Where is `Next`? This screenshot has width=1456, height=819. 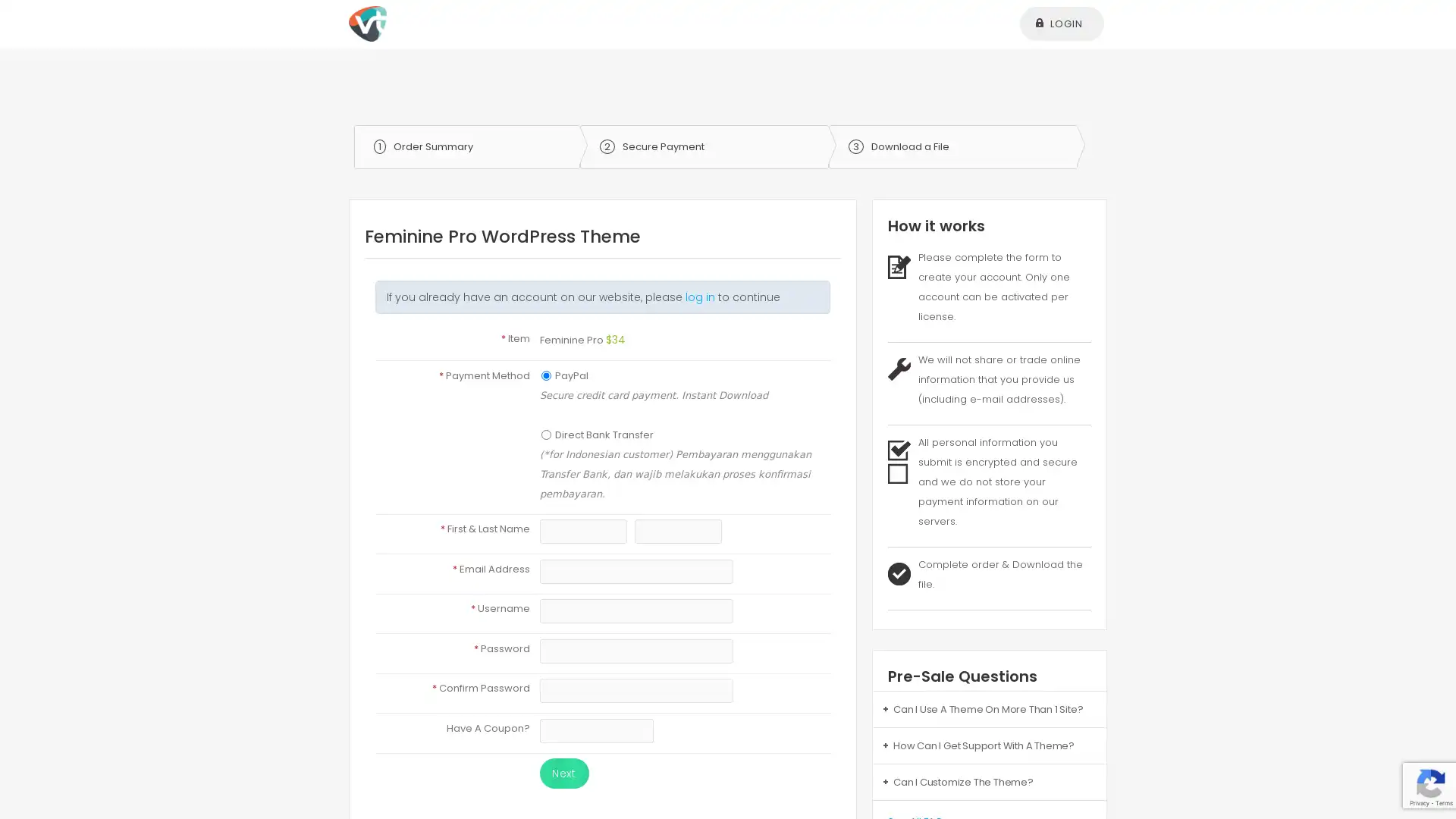 Next is located at coordinates (563, 773).